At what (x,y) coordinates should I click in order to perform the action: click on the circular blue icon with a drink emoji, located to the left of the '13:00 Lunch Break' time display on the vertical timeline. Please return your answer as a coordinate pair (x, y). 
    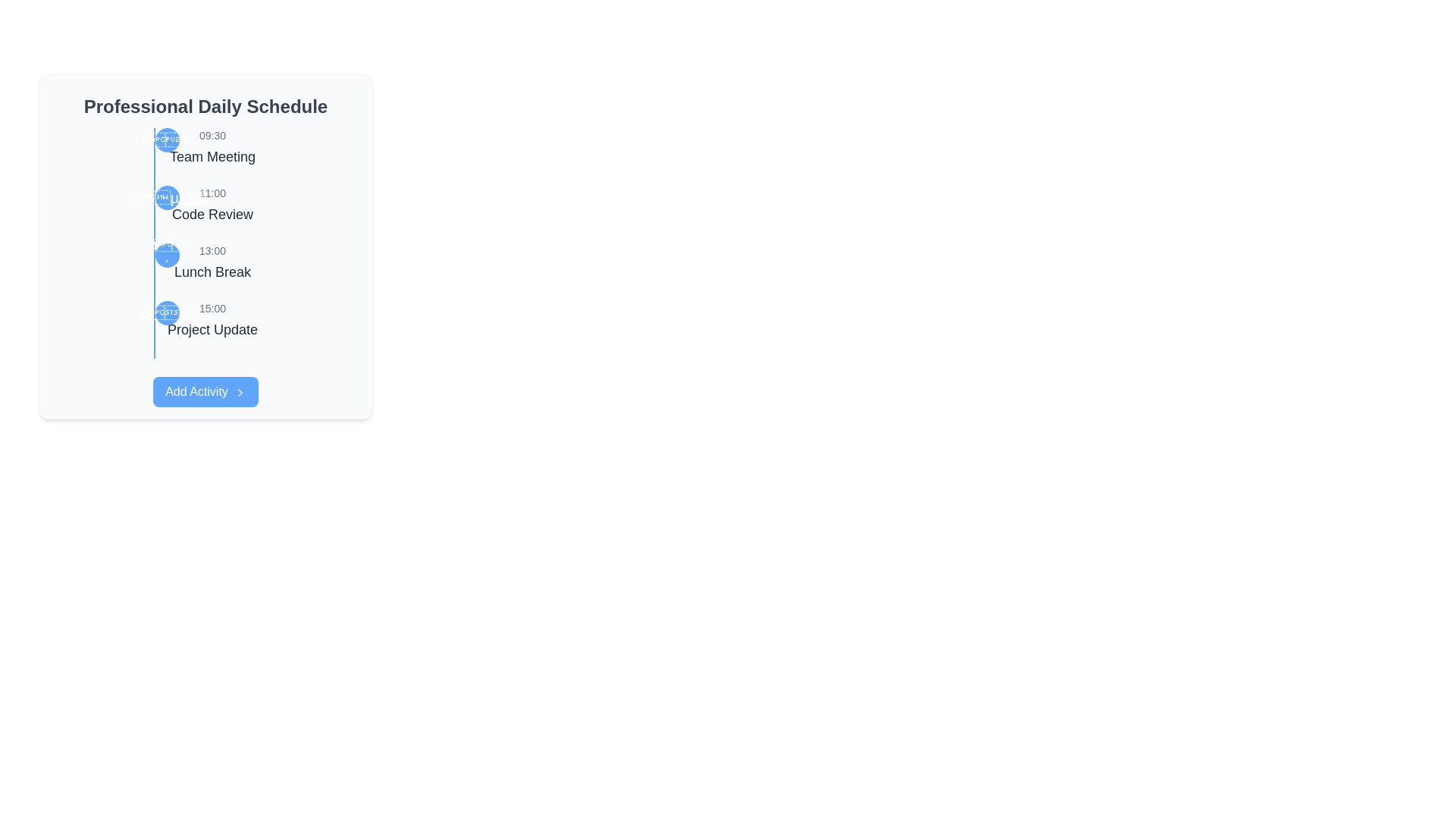
    Looking at the image, I should click on (167, 254).